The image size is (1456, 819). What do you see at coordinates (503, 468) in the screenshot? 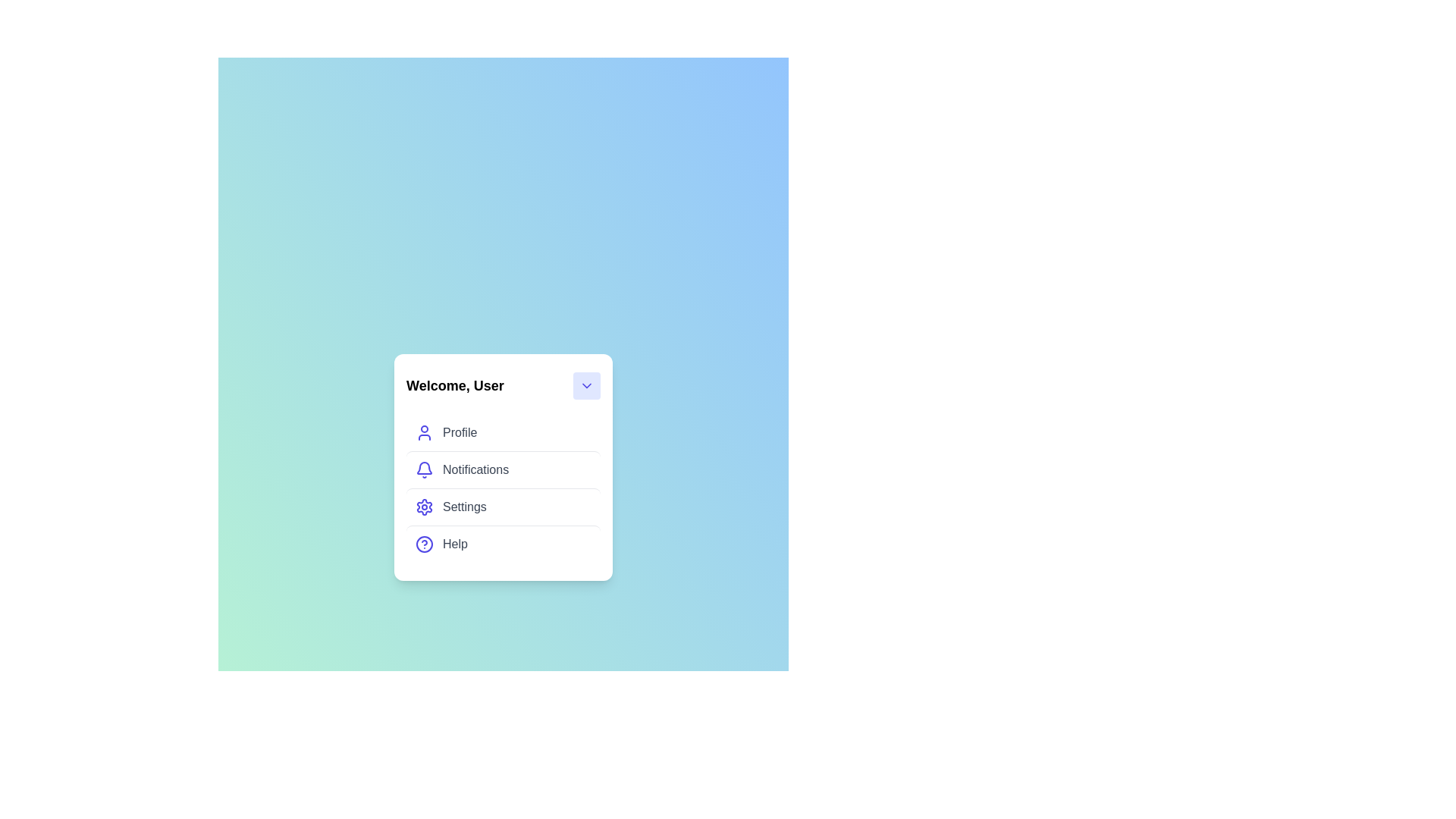
I see `the menu item Notifications in the UserProfileMenu` at bounding box center [503, 468].